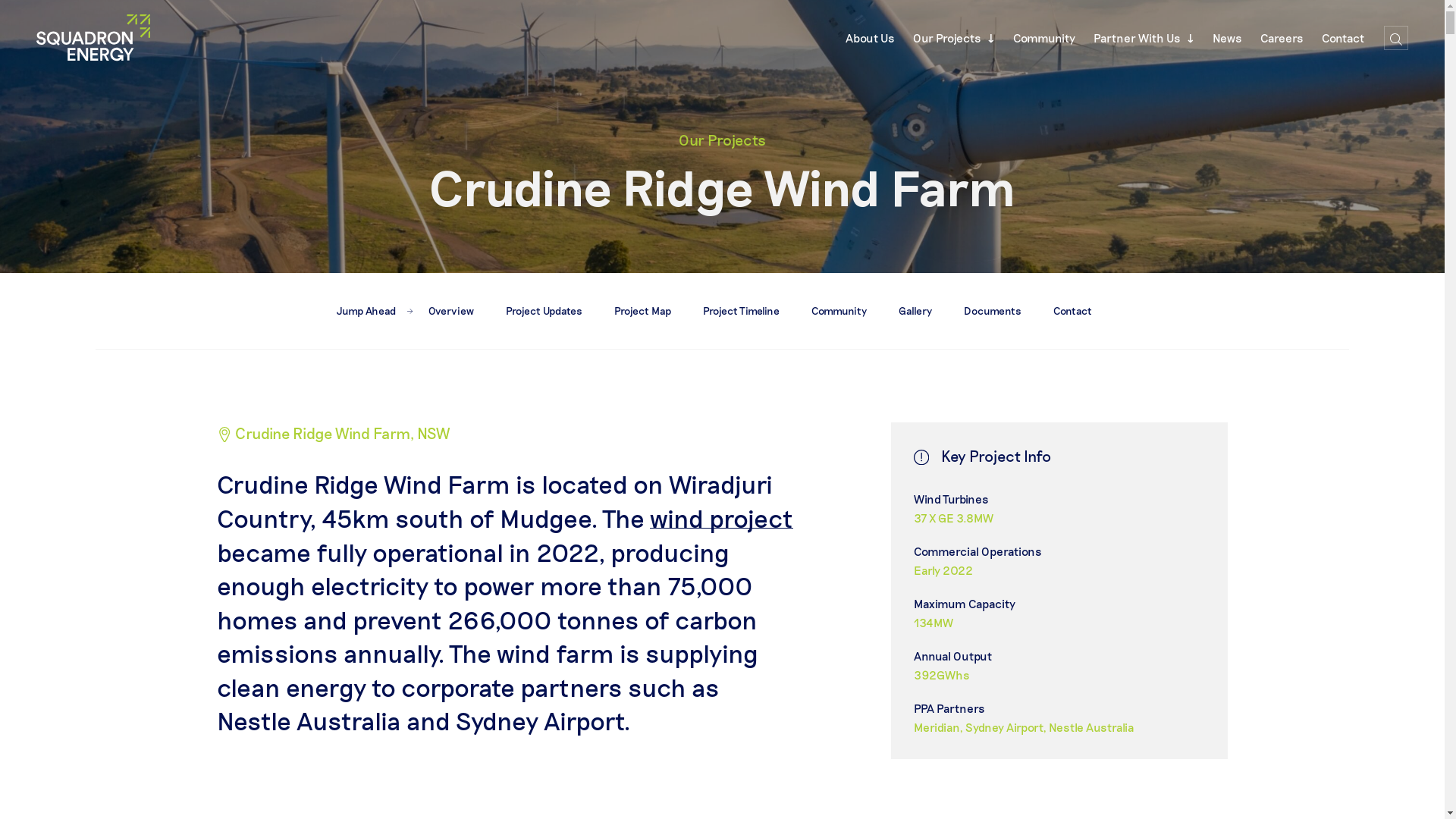 The image size is (1456, 819). What do you see at coordinates (1144, 37) in the screenshot?
I see `'Partner With Us'` at bounding box center [1144, 37].